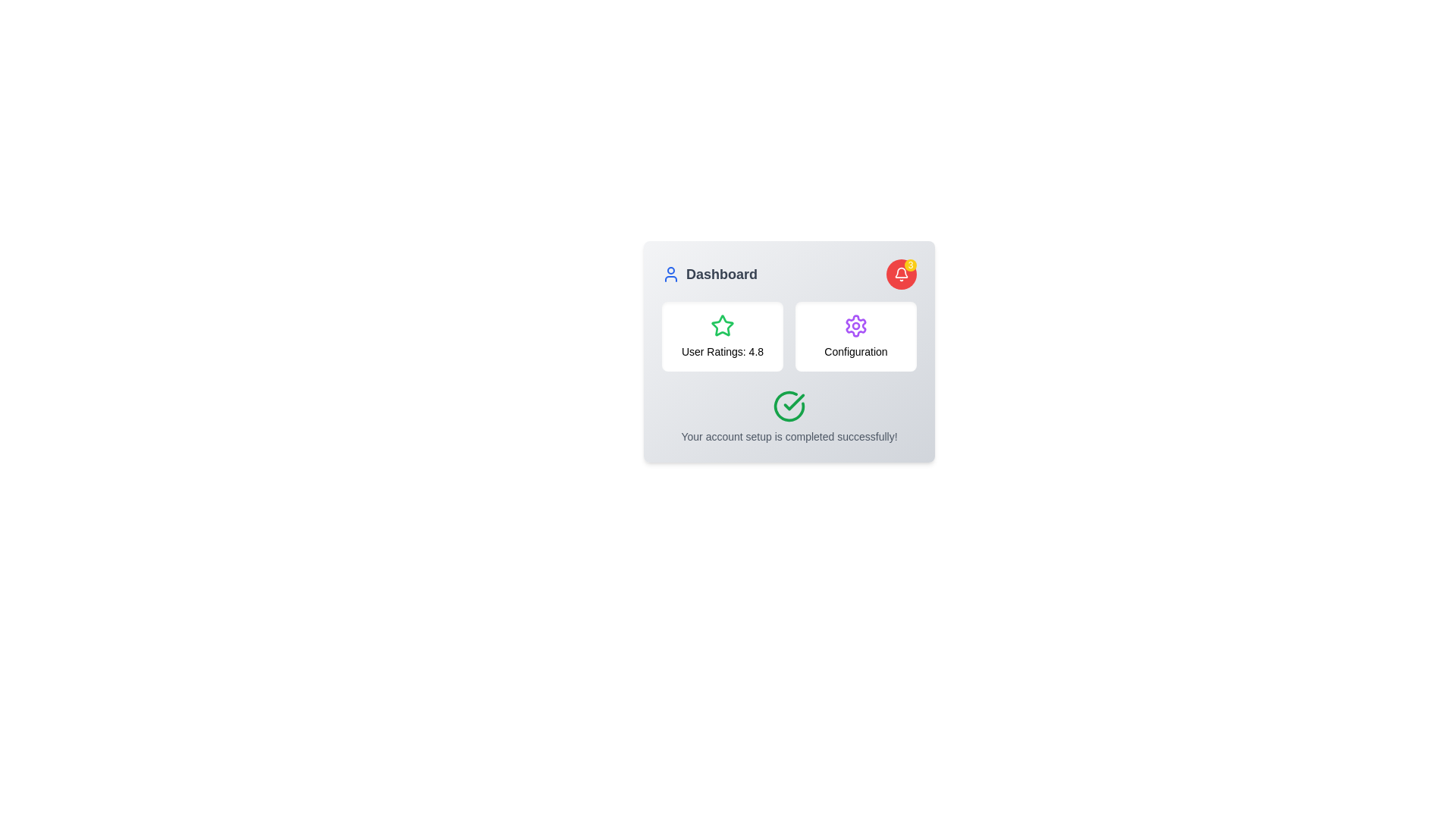  I want to click on the green checkmark icon within a circular border located in the confirmation section of the card-like component, so click(793, 401).